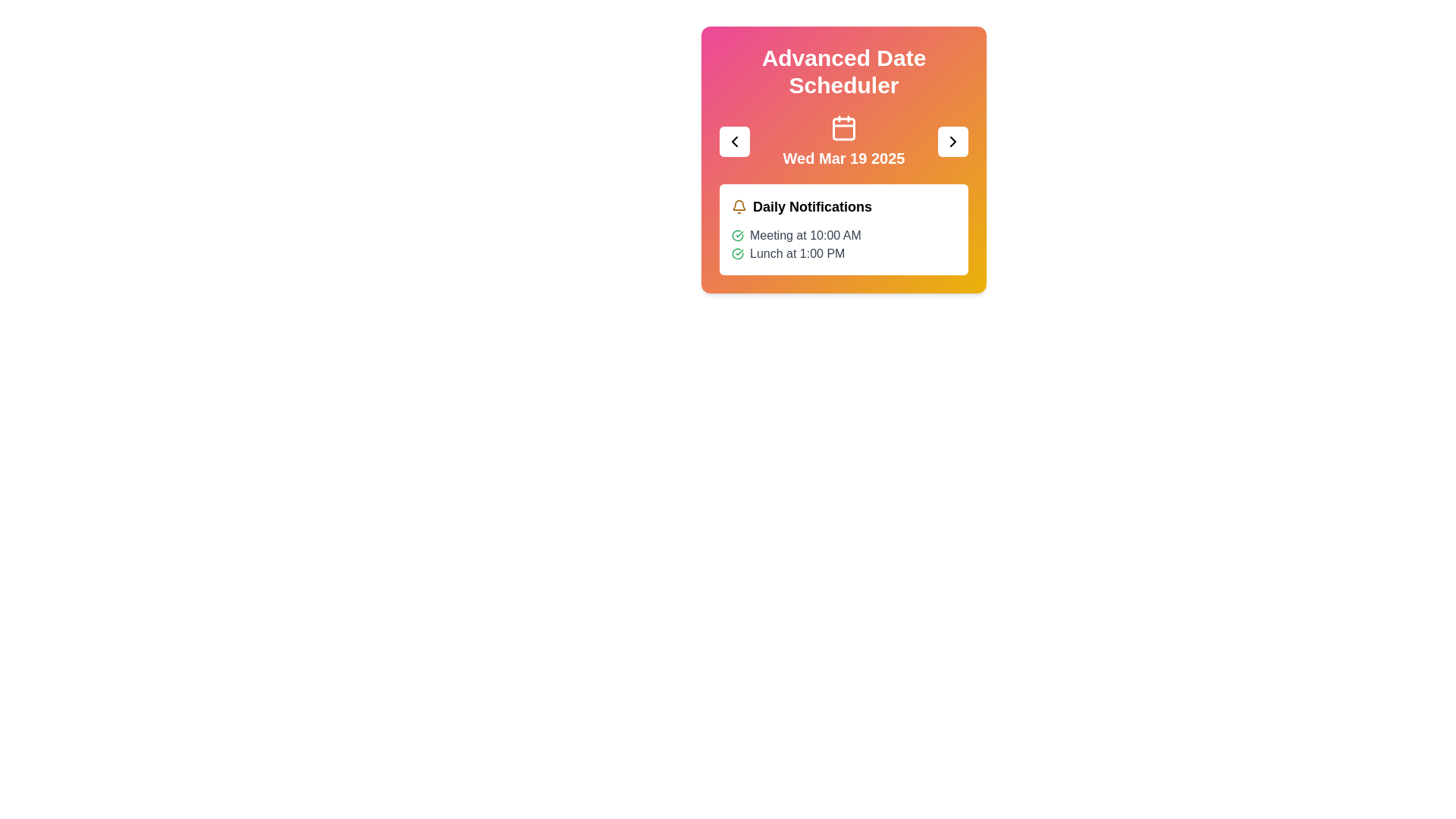 The height and width of the screenshot is (819, 1456). I want to click on the text label displaying 'Meeting at 10:00 AM' which is located below the 'Daily Notifications' title and aligned with a green checkmark icon, so click(805, 236).